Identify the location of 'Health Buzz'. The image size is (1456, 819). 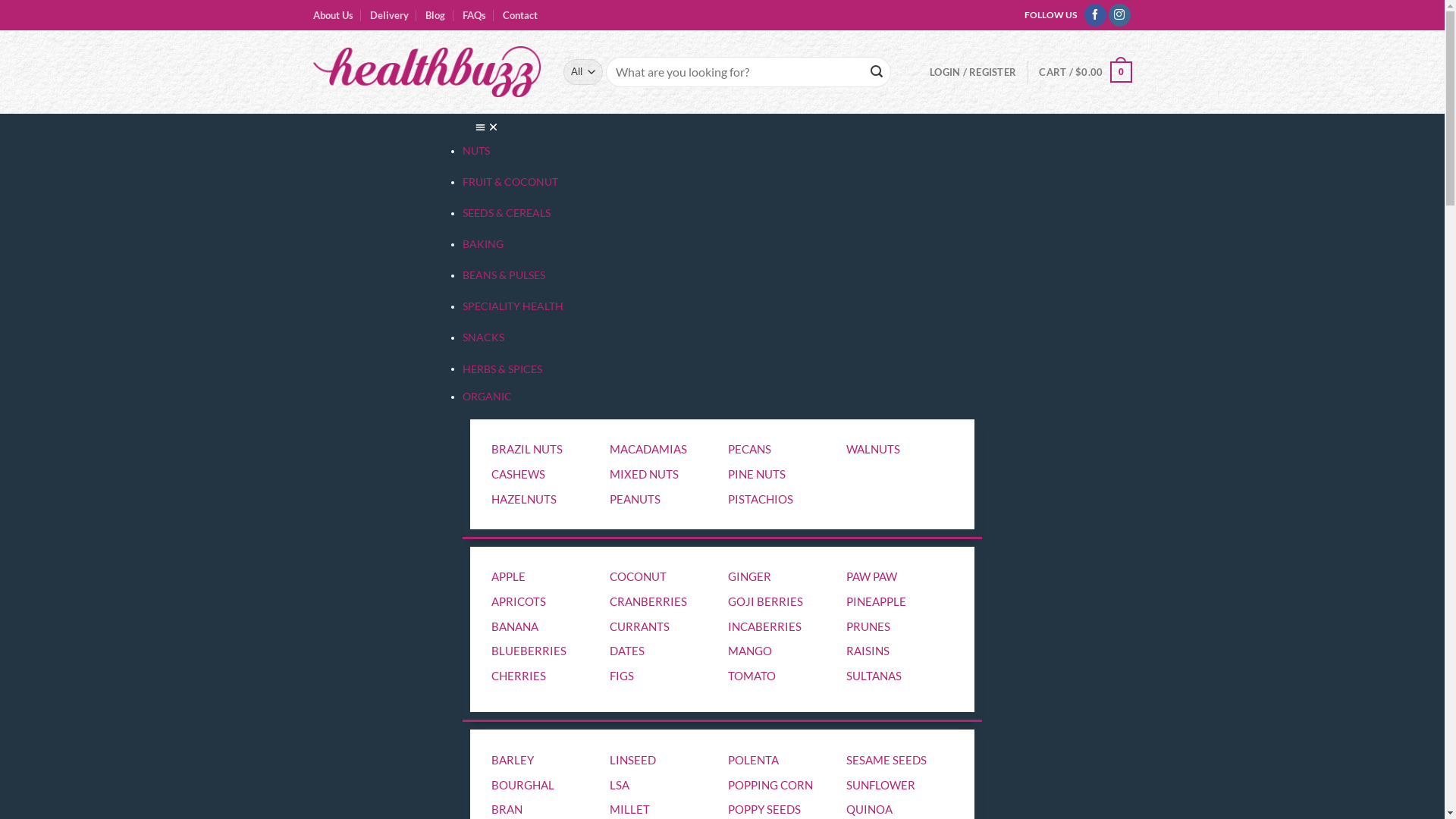
(425, 72).